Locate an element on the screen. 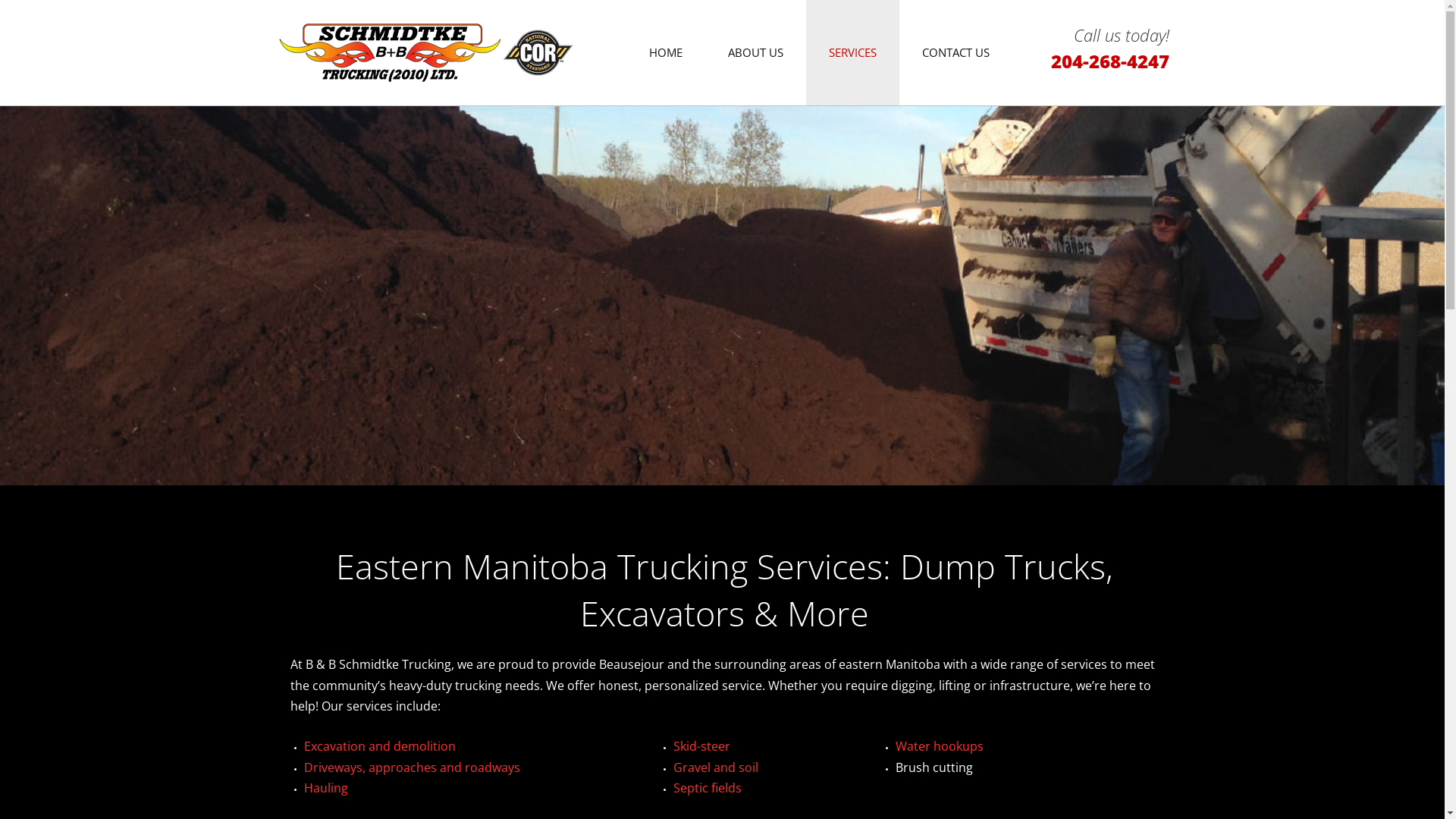 This screenshot has width=1456, height=819. 'CONTACT US' is located at coordinates (955, 52).